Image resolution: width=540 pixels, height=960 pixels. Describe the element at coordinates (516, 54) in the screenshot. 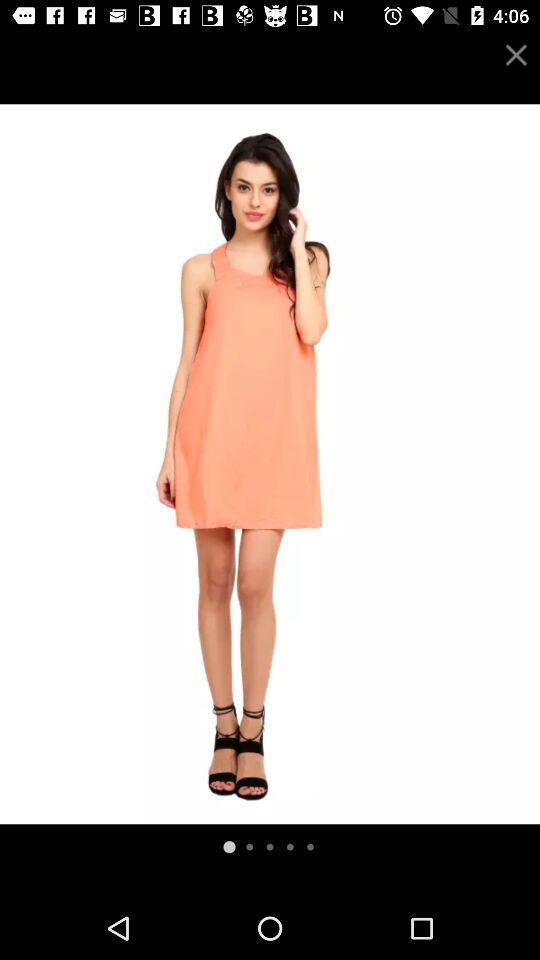

I see `item at the top right corner` at that location.